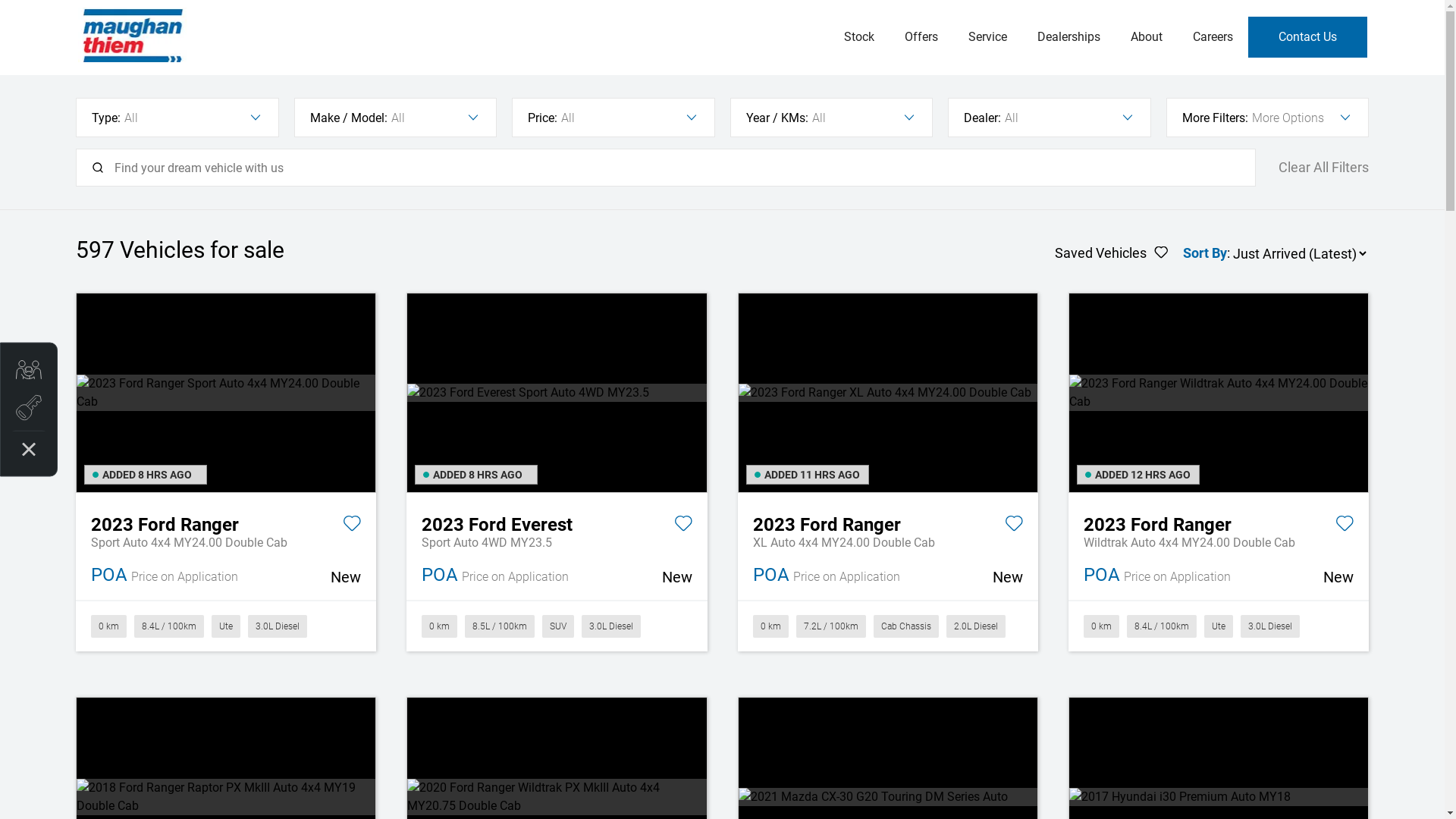  Describe the element at coordinates (858, 36) in the screenshot. I see `'Stock'` at that location.